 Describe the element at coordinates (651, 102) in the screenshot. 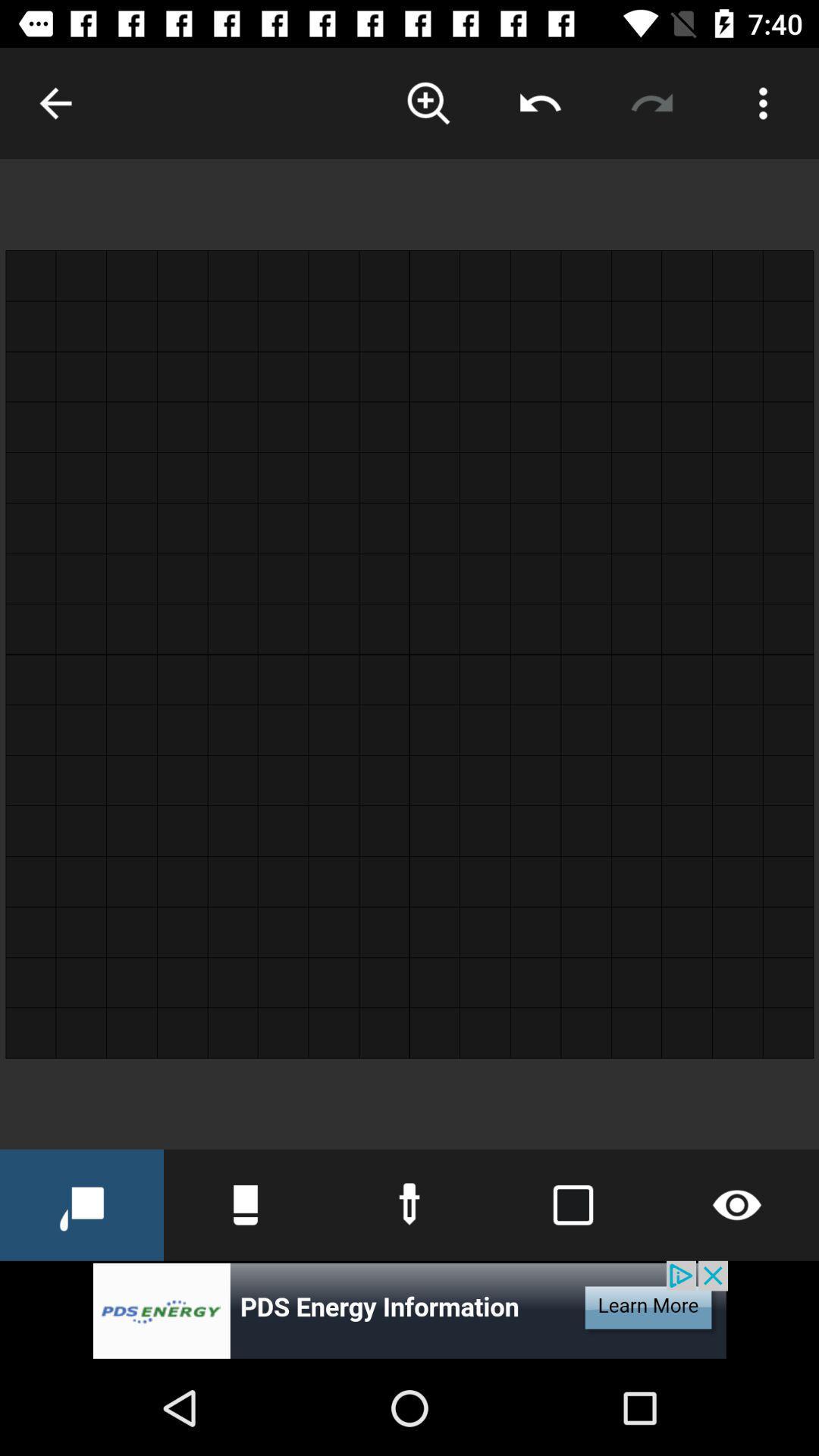

I see `rotate image` at that location.